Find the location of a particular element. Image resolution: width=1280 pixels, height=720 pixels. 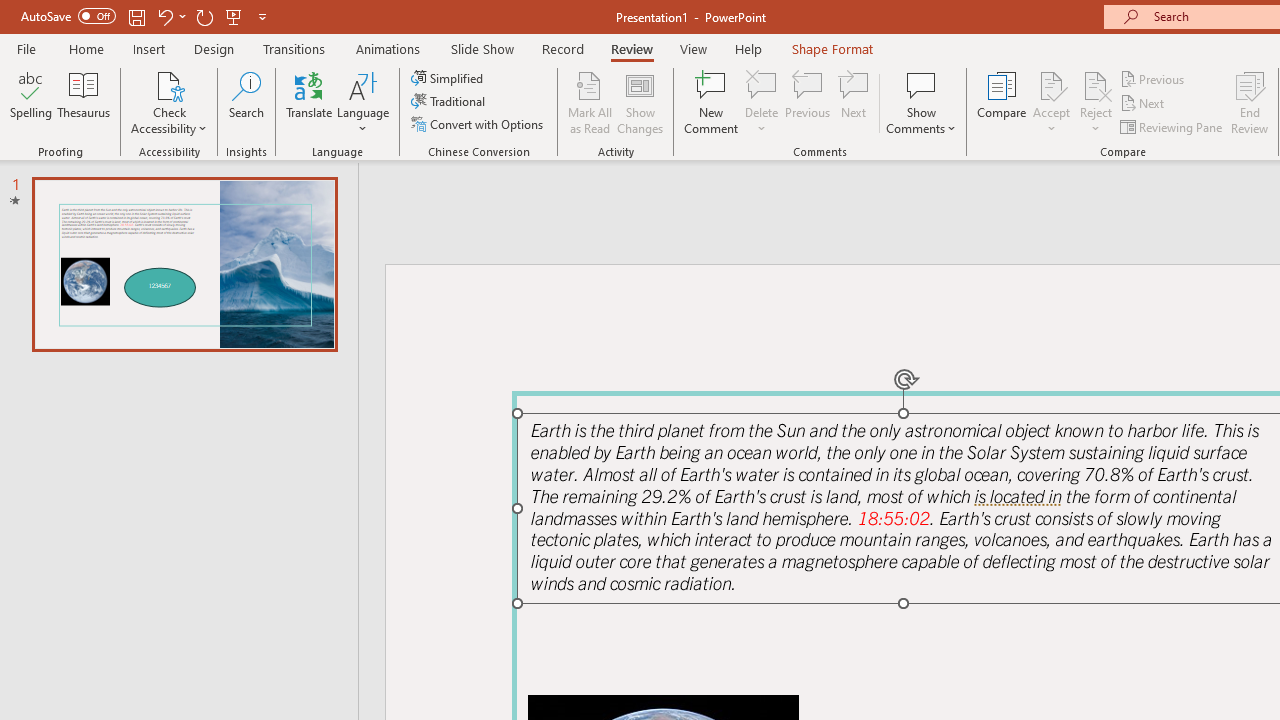

'Language' is located at coordinates (363, 103).